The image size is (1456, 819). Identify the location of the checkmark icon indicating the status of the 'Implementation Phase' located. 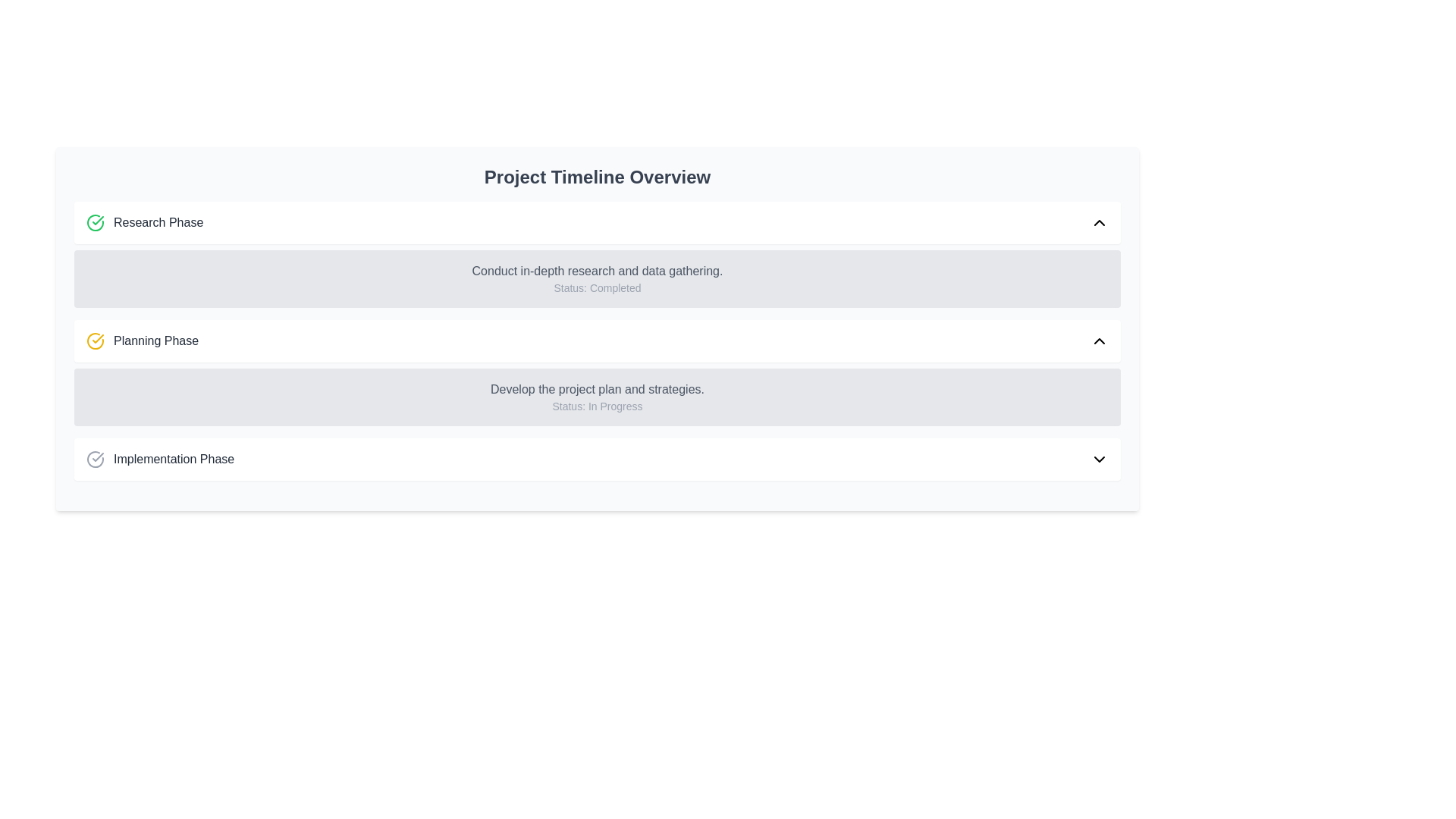
(94, 458).